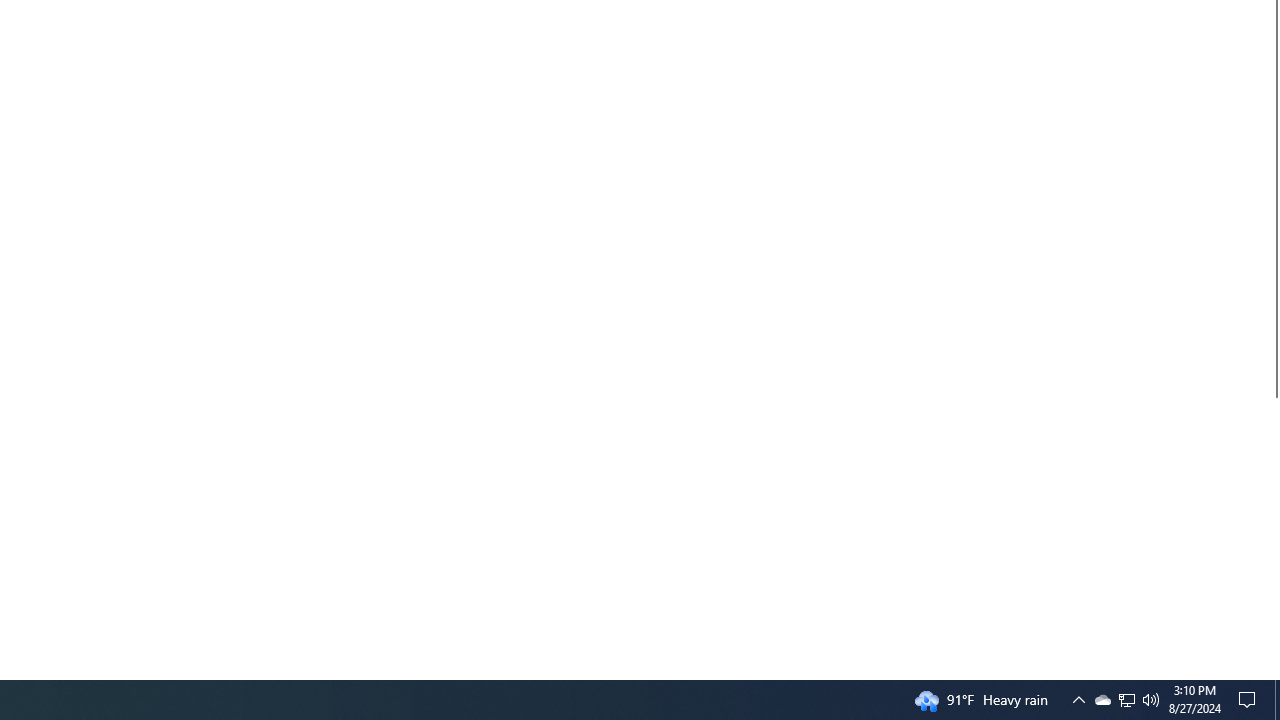 This screenshot has width=1280, height=720. What do you see at coordinates (1271, 671) in the screenshot?
I see `'Vertical Small Increase'` at bounding box center [1271, 671].